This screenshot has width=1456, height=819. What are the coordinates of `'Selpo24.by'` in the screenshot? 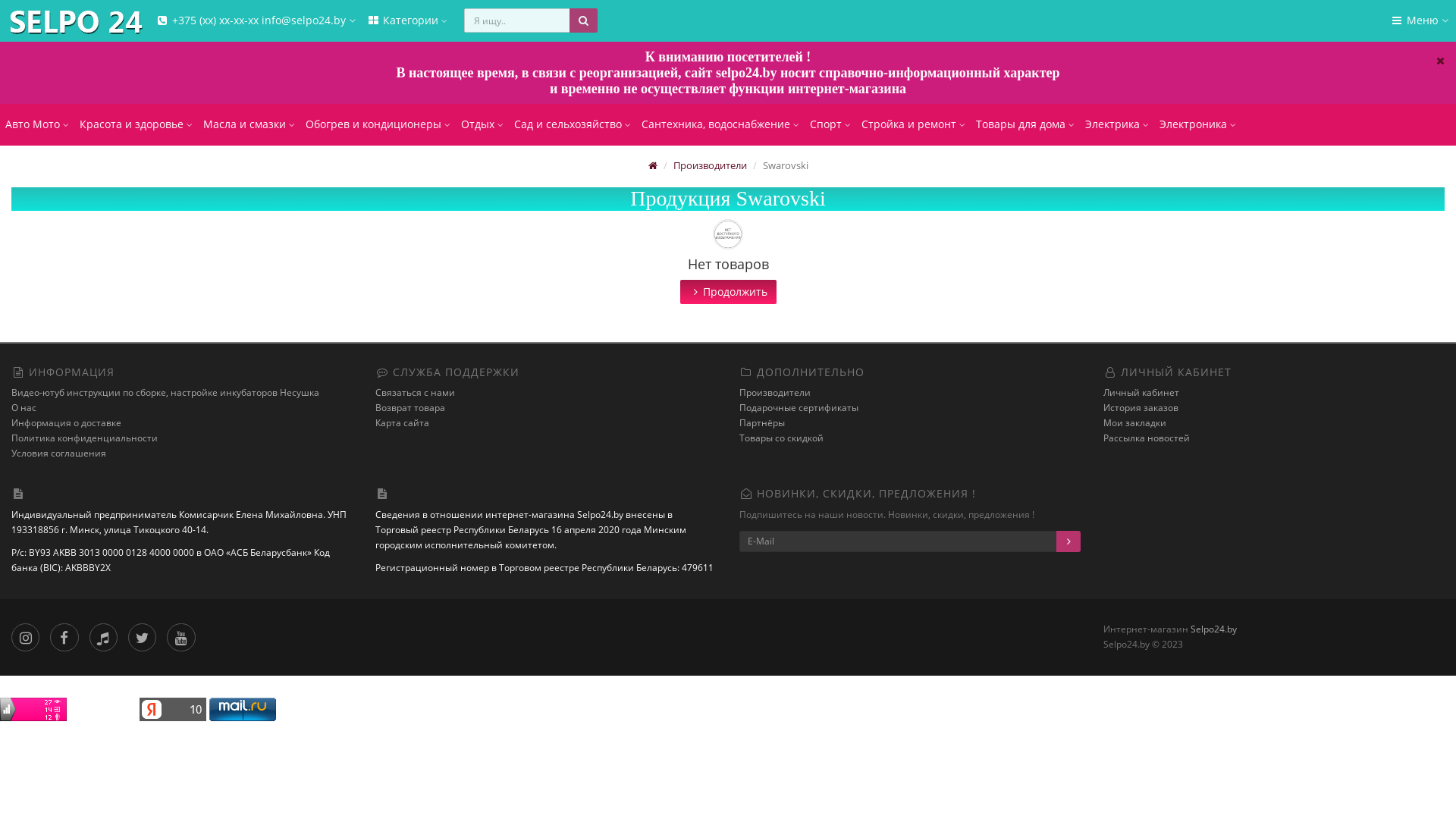 It's located at (1213, 629).